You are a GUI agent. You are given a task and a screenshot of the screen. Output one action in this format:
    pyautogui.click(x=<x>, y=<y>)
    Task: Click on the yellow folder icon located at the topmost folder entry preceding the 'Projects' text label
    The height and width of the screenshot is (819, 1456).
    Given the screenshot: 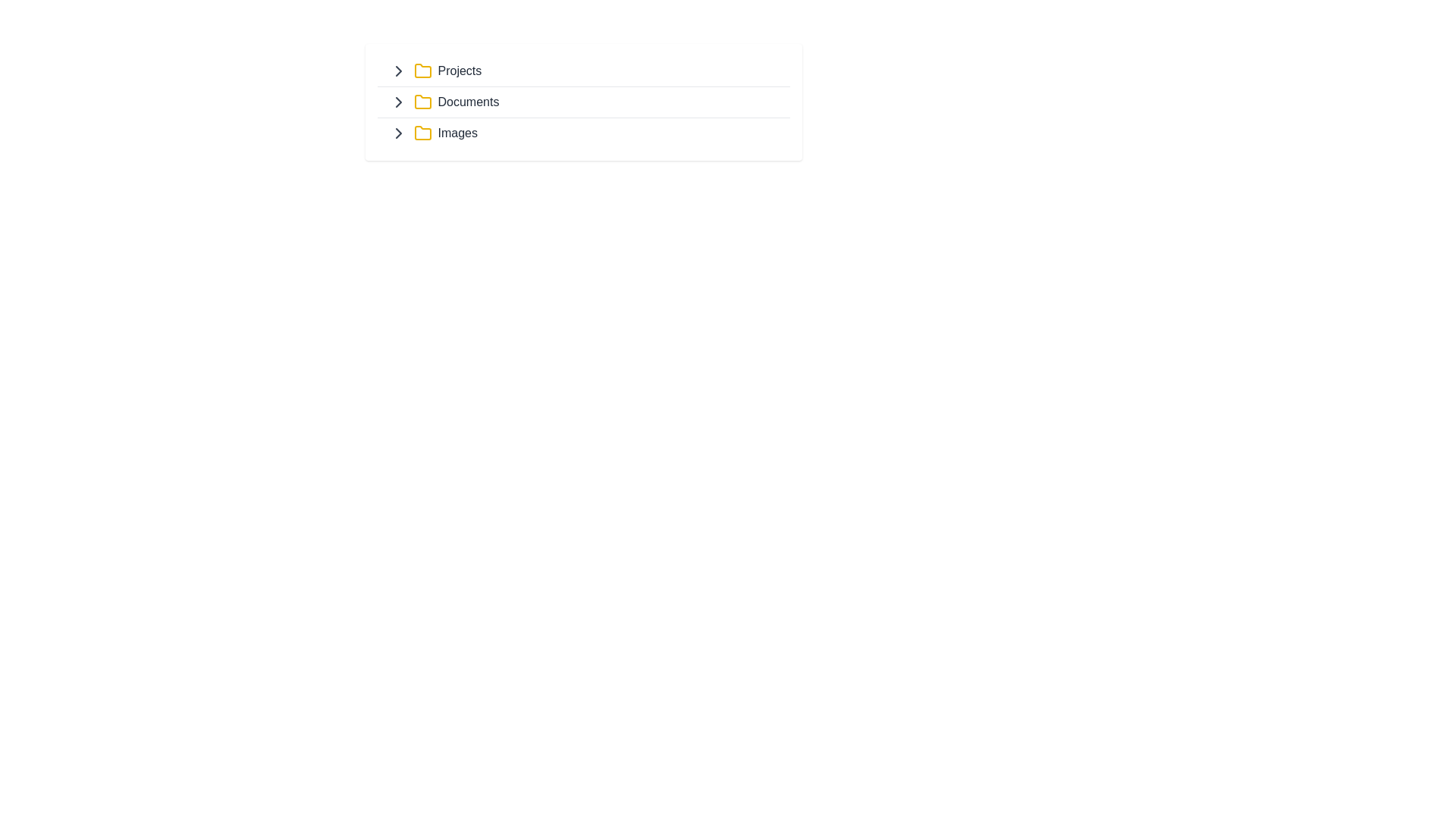 What is the action you would take?
    pyautogui.click(x=422, y=71)
    